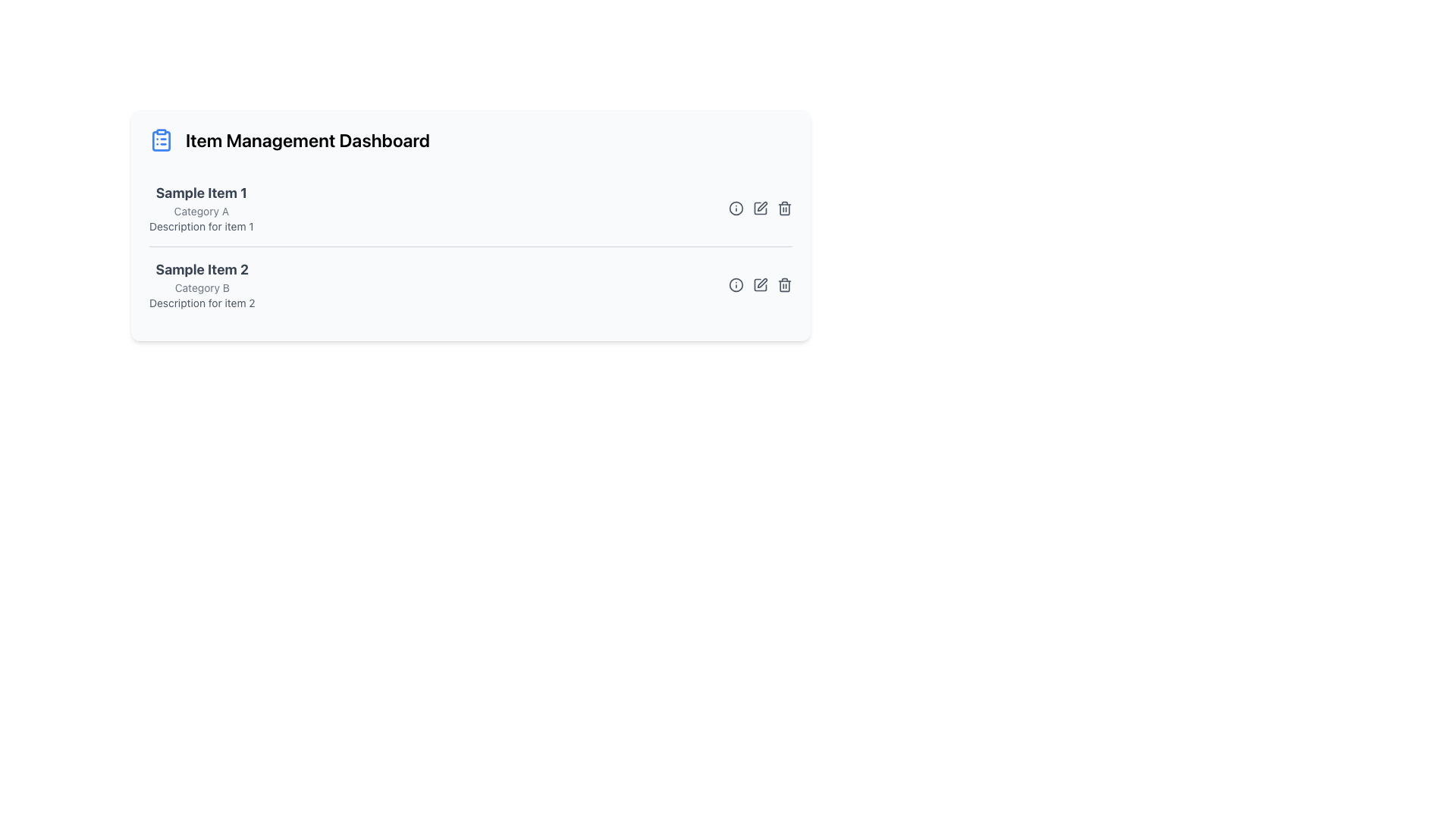 The image size is (1456, 819). What do you see at coordinates (785, 208) in the screenshot?
I see `the delete icon, which is a gray trash bin located to the far right of 'Sample Item 2'` at bounding box center [785, 208].